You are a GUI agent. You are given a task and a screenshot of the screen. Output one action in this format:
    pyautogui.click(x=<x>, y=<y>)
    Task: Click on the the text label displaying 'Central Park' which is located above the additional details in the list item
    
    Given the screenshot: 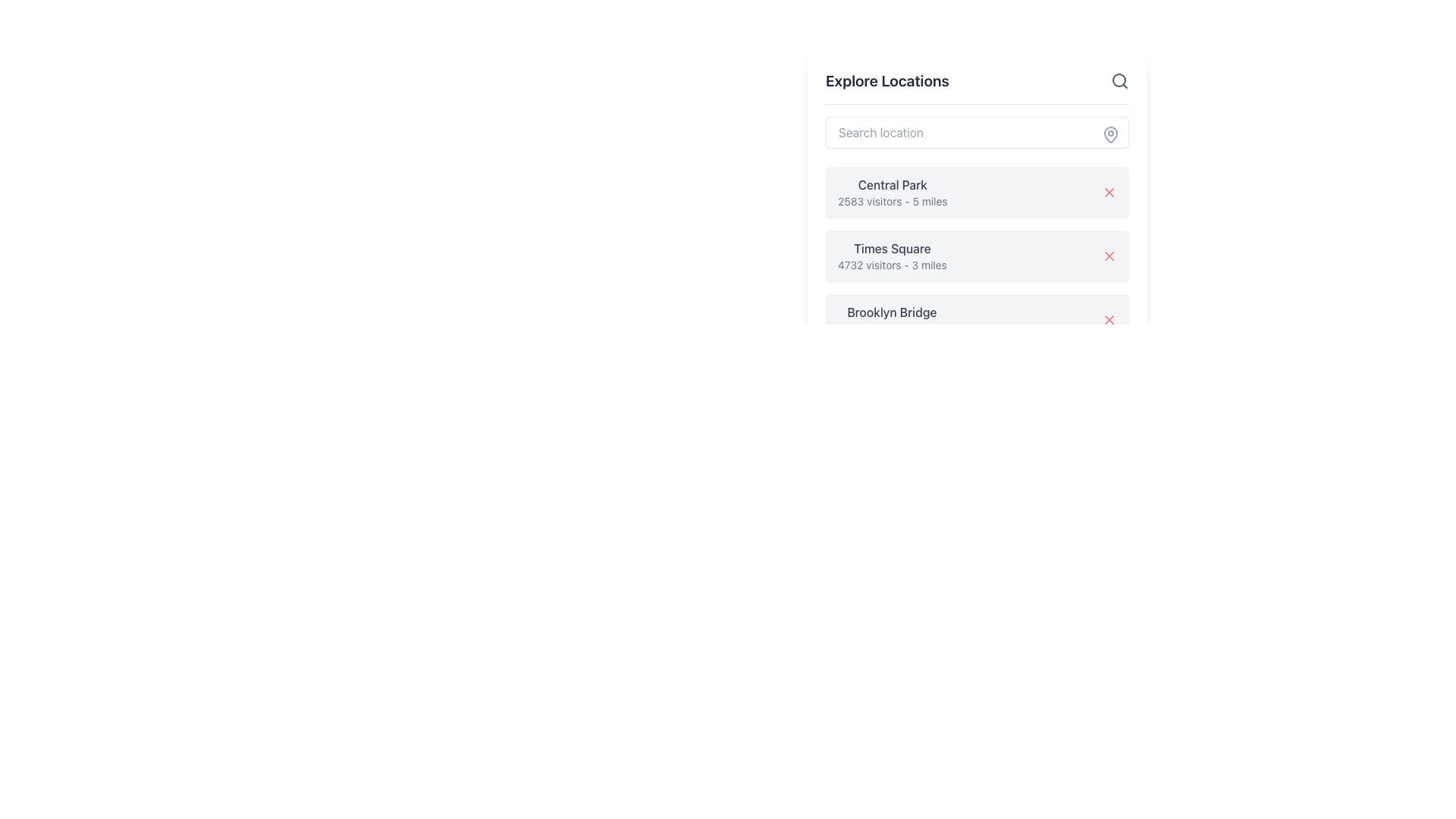 What is the action you would take?
    pyautogui.click(x=893, y=184)
    